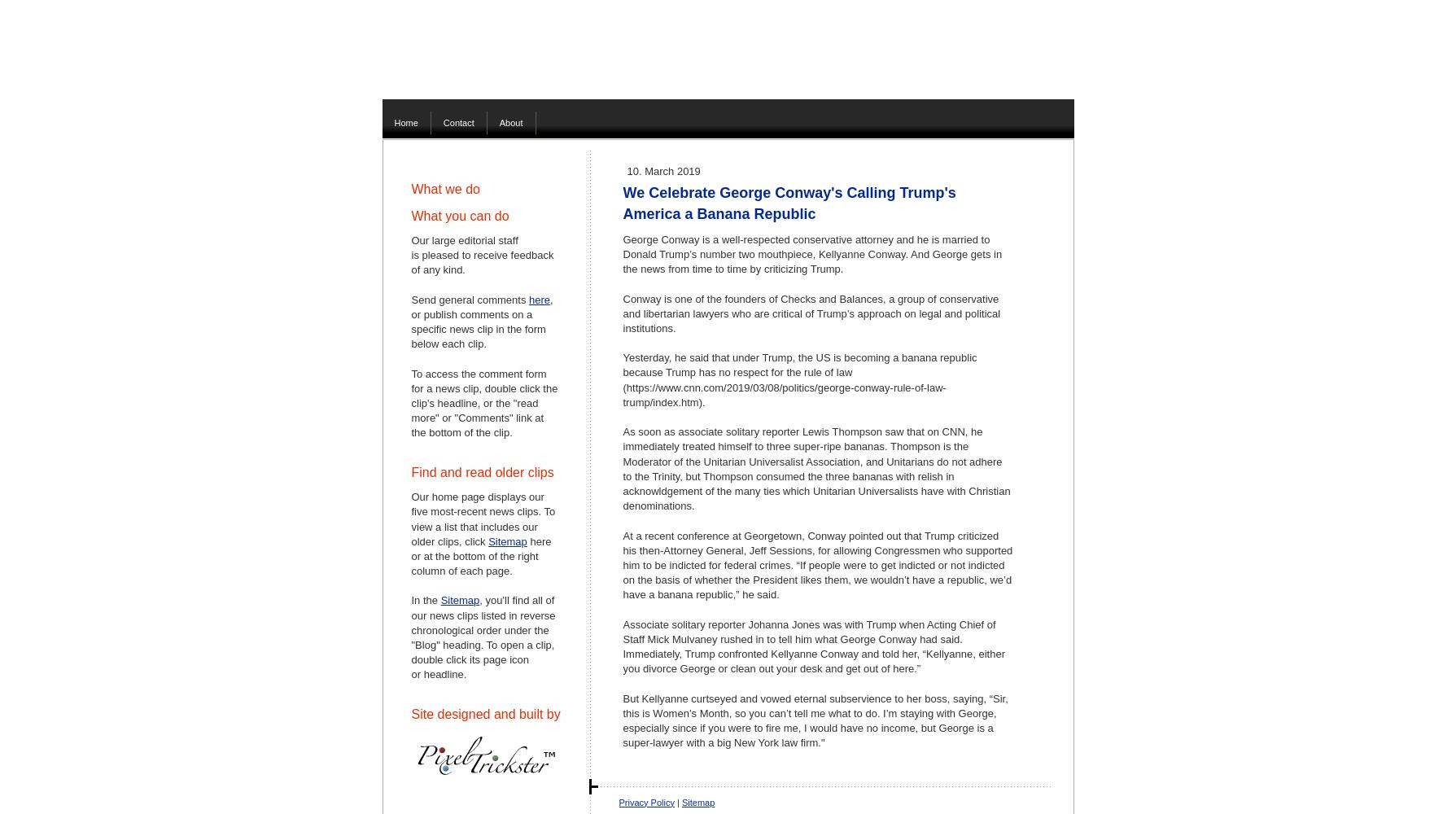  Describe the element at coordinates (811, 254) in the screenshot. I see `'George Conway is a well-respected conservative attorney and he is married to Donald Trump’s number two mouthpiece, Kellyanne Conway. And George gets in the news from time to time by criticizing
    Trump.'` at that location.